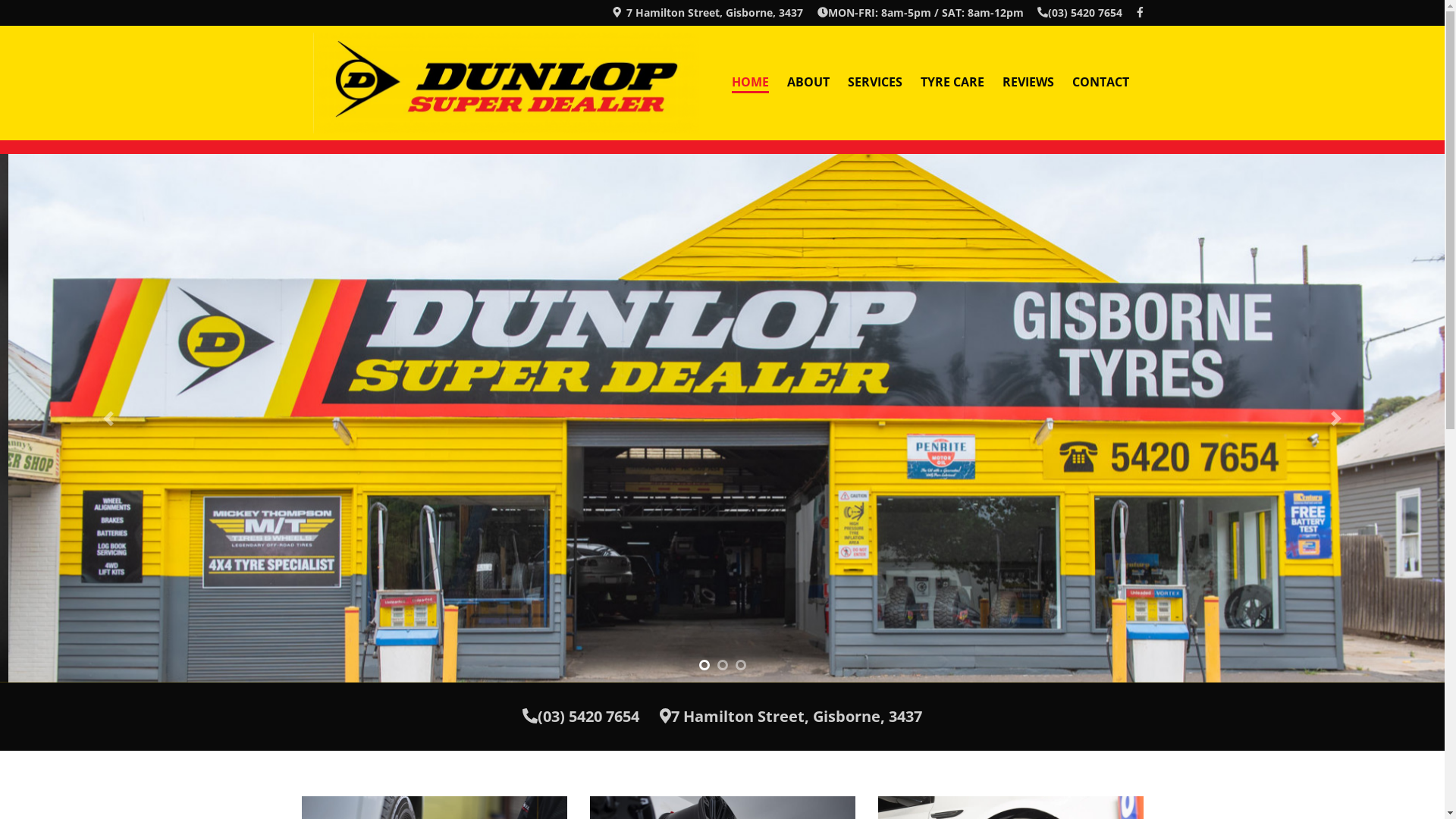 The width and height of the screenshot is (1456, 819). I want to click on 'MON-FRI: 8am-5pm / SAT: 8am-12pm', so click(920, 12).